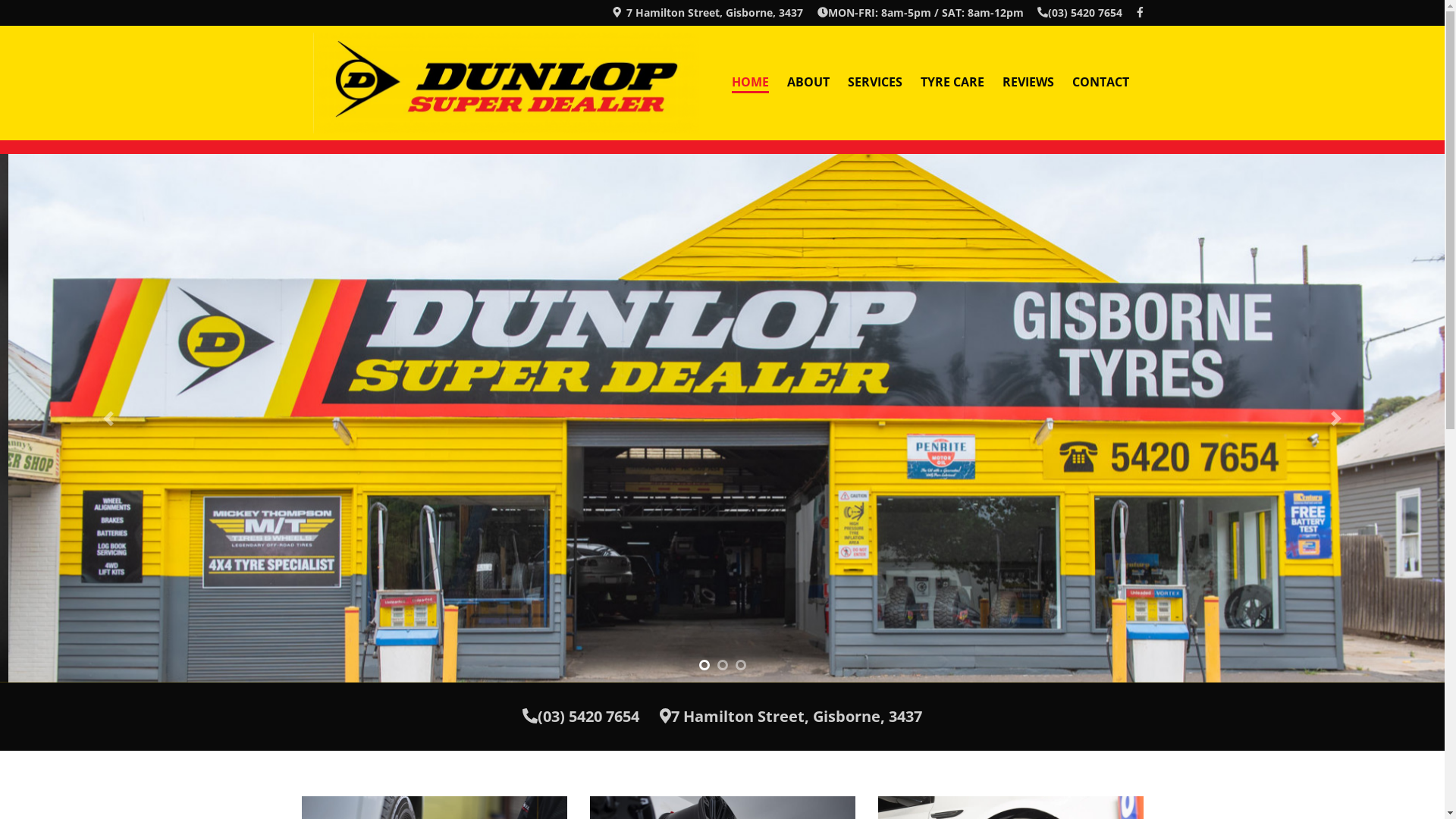 The width and height of the screenshot is (1456, 819). I want to click on 'MON-FRI: 8am-5pm / SAT: 8am-12pm', so click(920, 12).